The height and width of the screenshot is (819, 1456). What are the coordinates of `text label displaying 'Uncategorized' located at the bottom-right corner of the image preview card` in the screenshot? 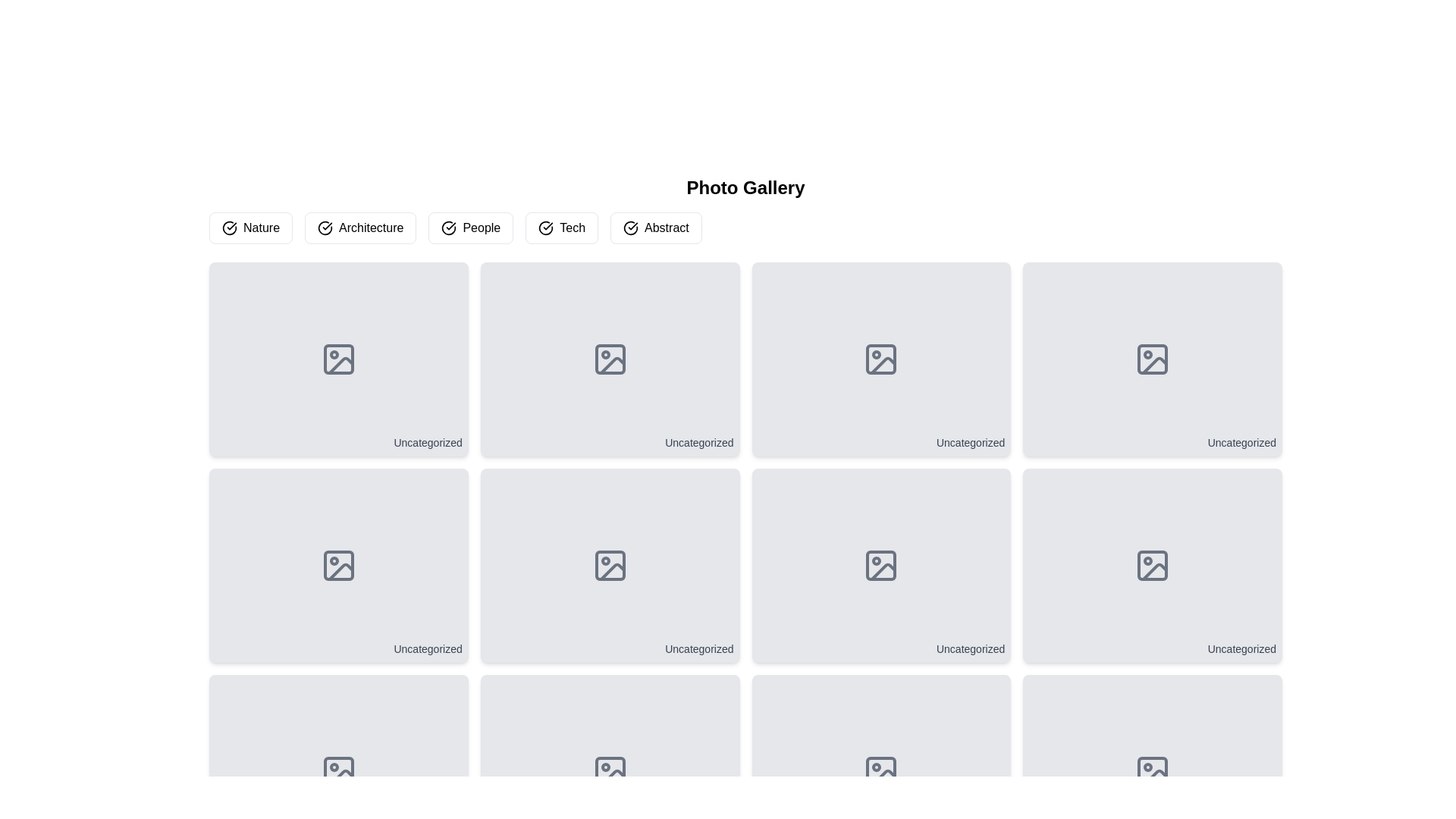 It's located at (971, 648).